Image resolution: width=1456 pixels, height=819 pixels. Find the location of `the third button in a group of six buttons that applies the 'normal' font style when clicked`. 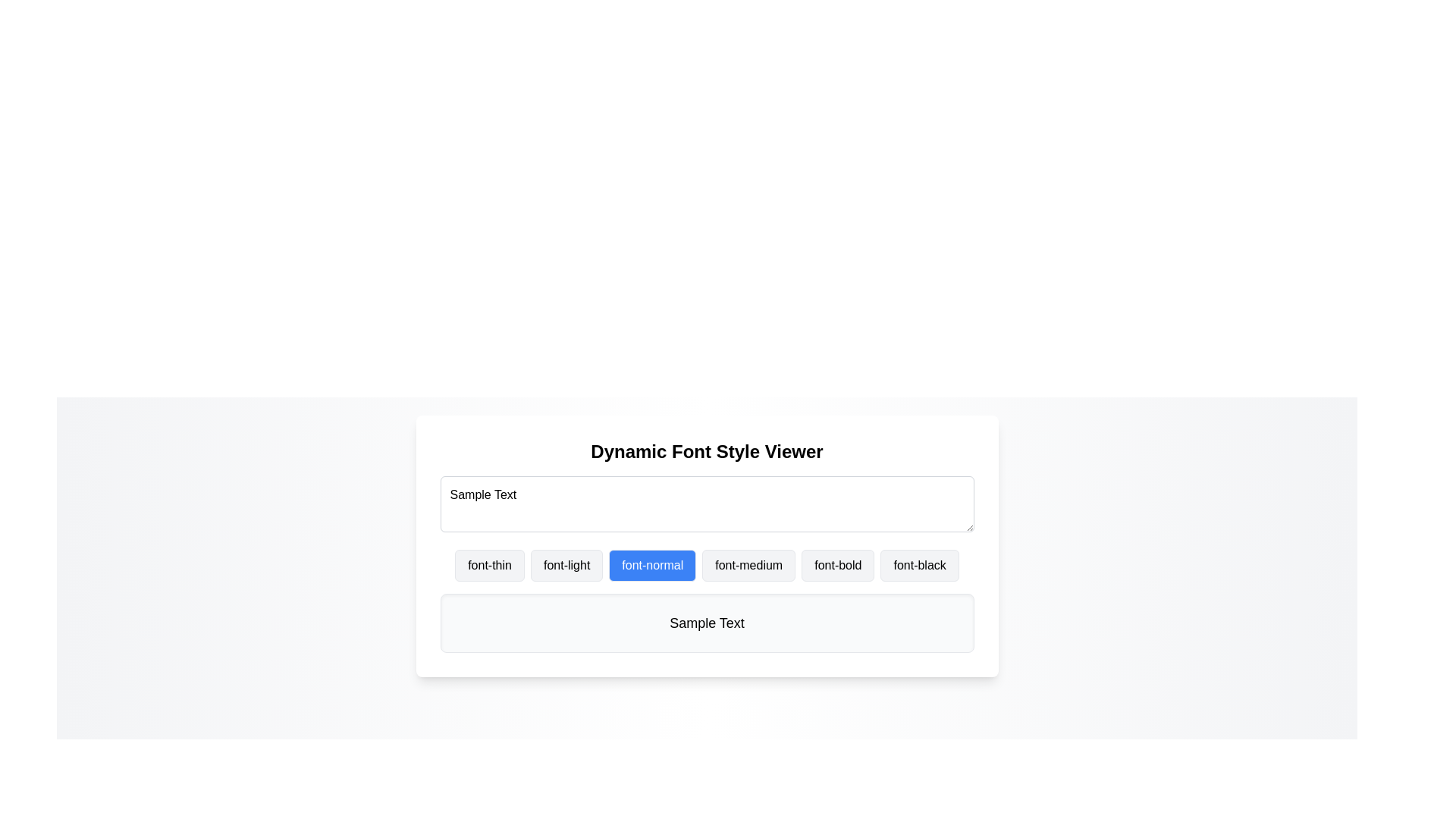

the third button in a group of six buttons that applies the 'normal' font style when clicked is located at coordinates (652, 565).